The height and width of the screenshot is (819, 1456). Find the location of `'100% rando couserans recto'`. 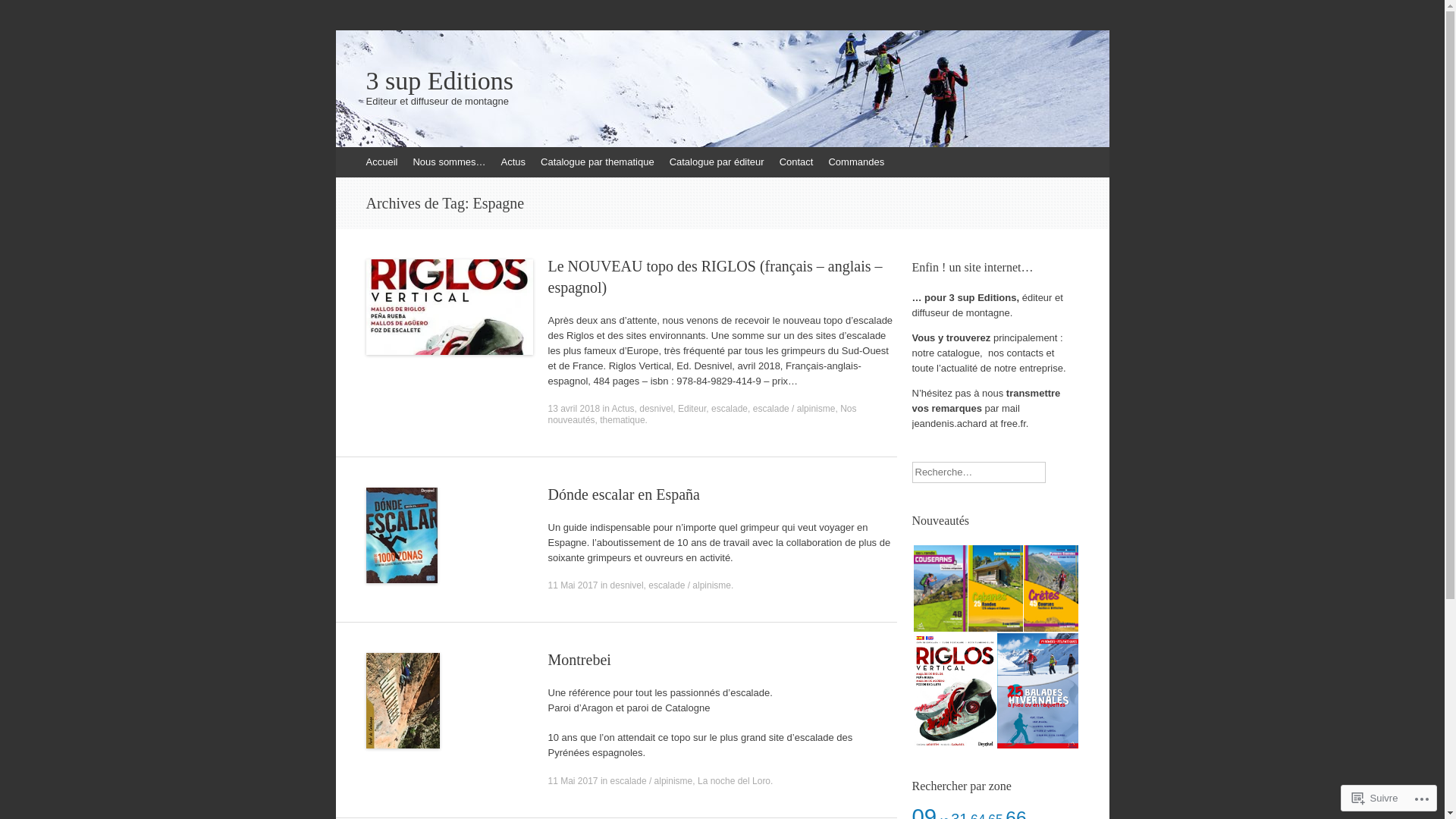

'100% rando couserans recto' is located at coordinates (912, 588).